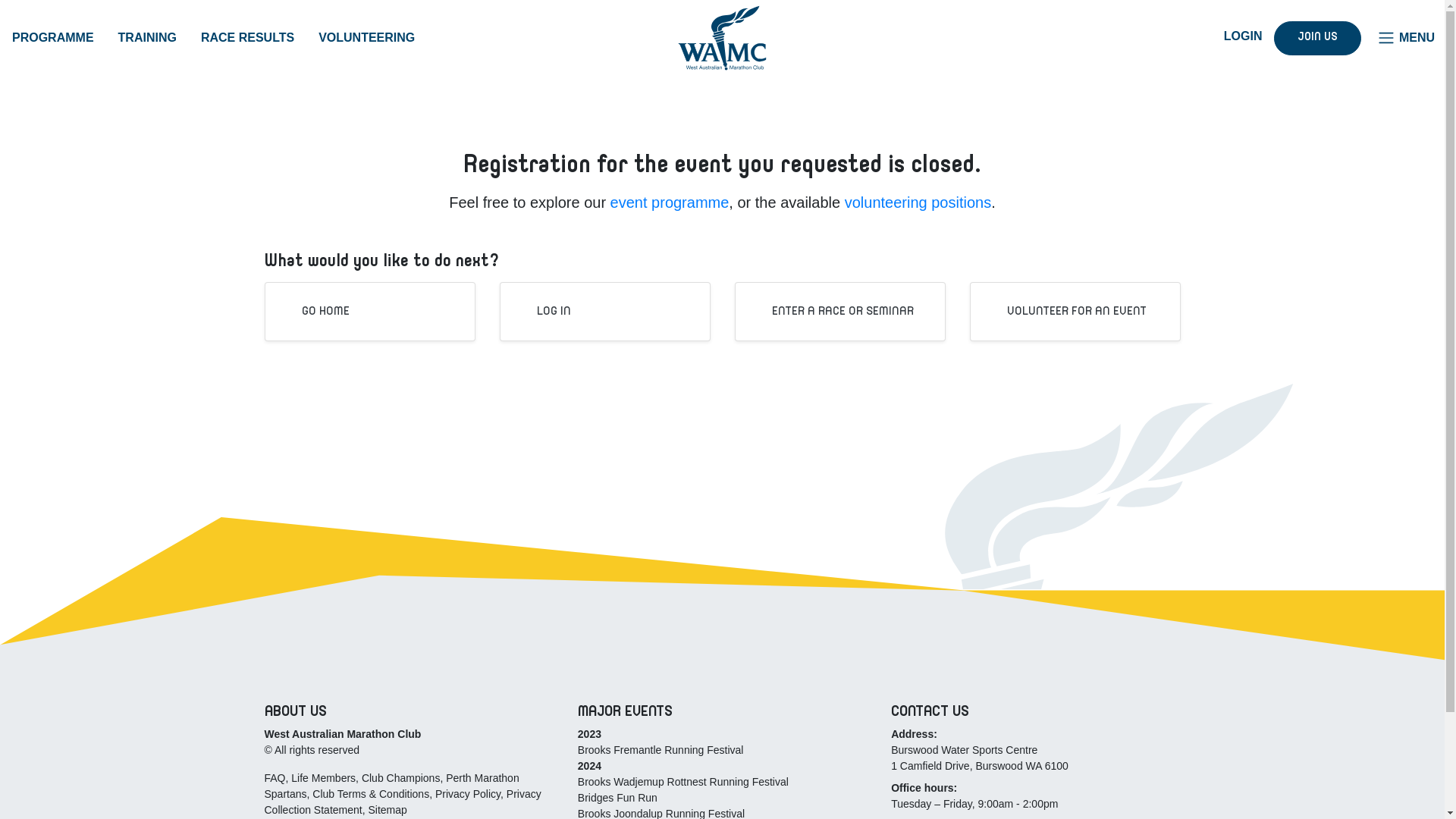  Describe the element at coordinates (577, 781) in the screenshot. I see `'Brooks Wadjemup Rottnest Running Festival'` at that location.